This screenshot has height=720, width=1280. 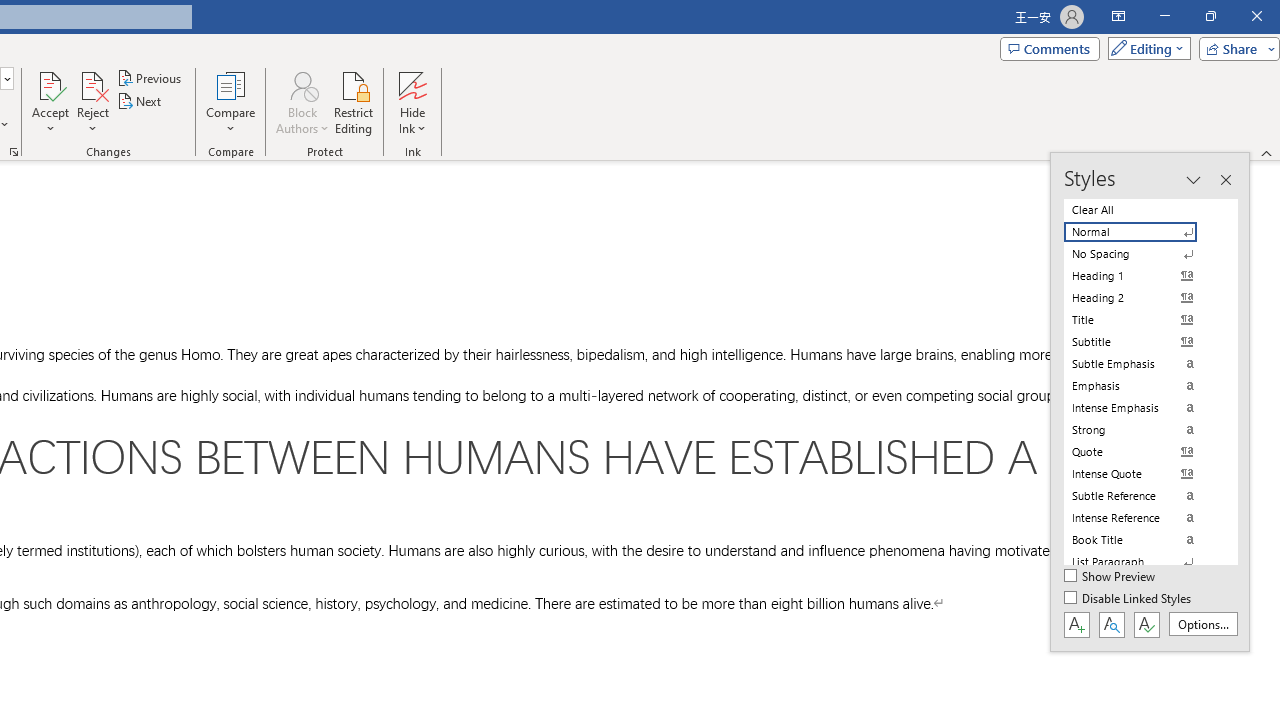 I want to click on 'Reject', so click(x=91, y=103).